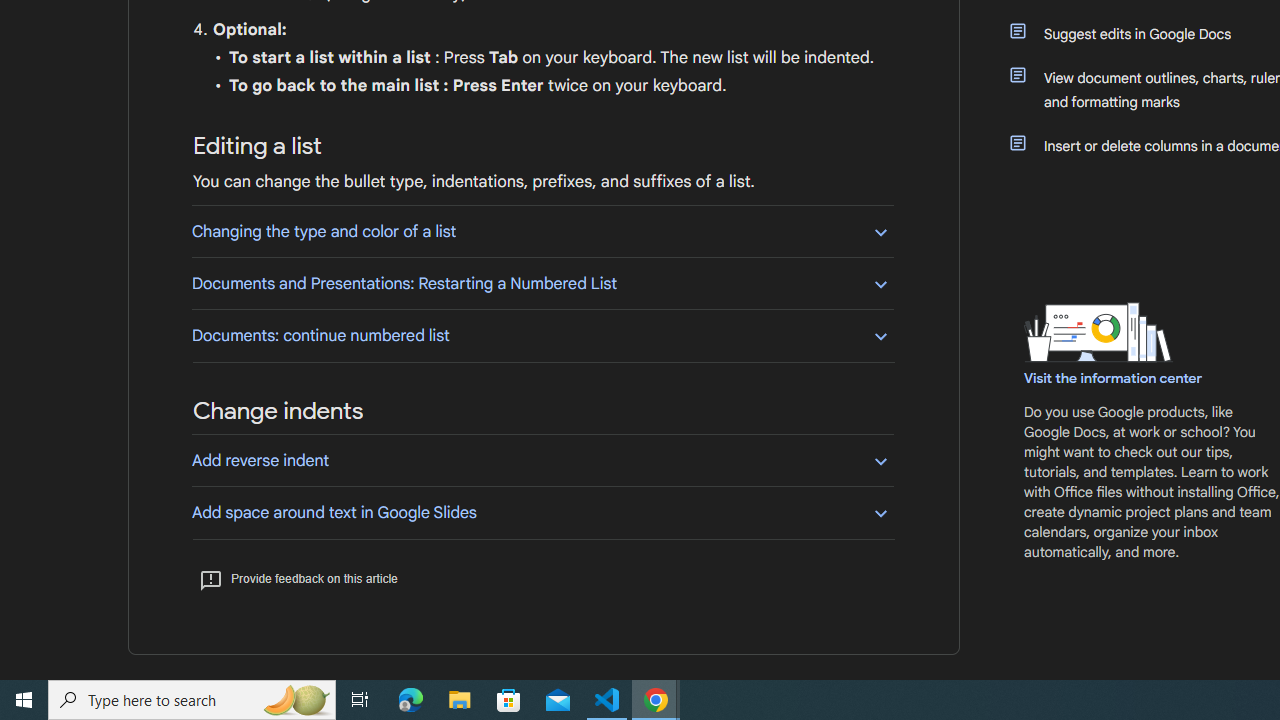 The width and height of the screenshot is (1280, 720). I want to click on 'Visit the information center', so click(1112, 378).